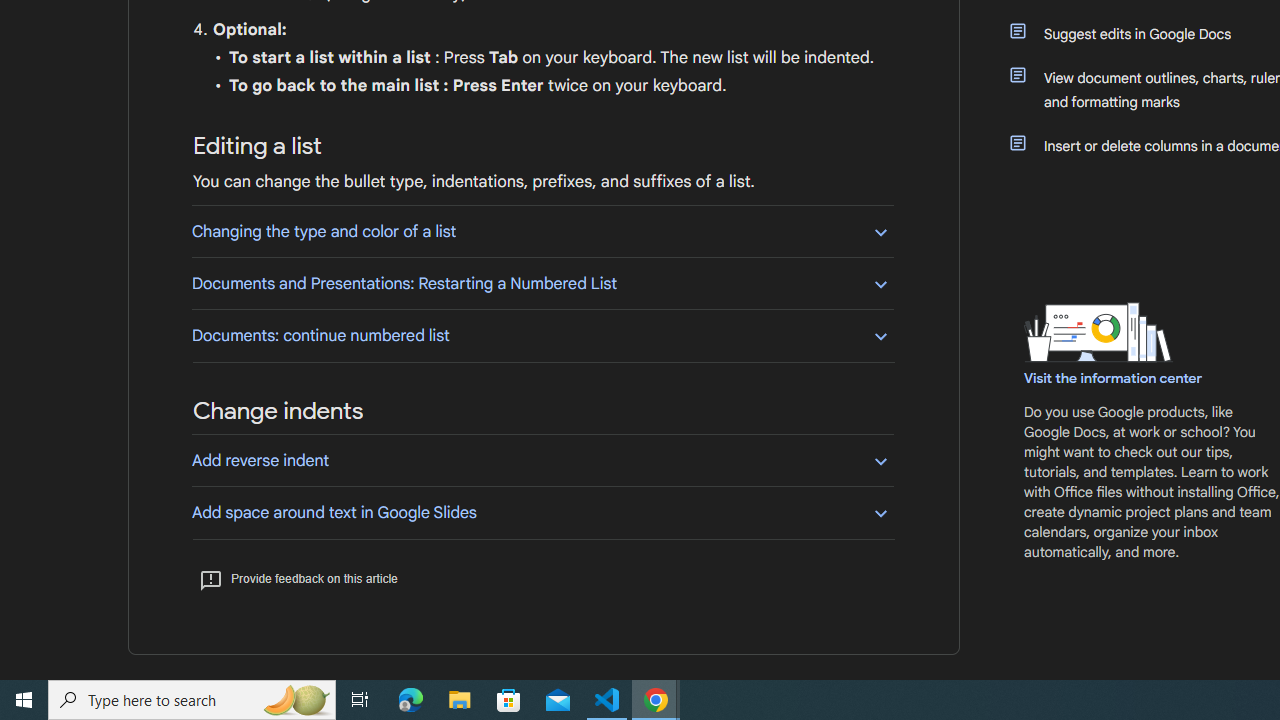 The width and height of the screenshot is (1280, 720). I want to click on 'Visit the information center', so click(1112, 378).